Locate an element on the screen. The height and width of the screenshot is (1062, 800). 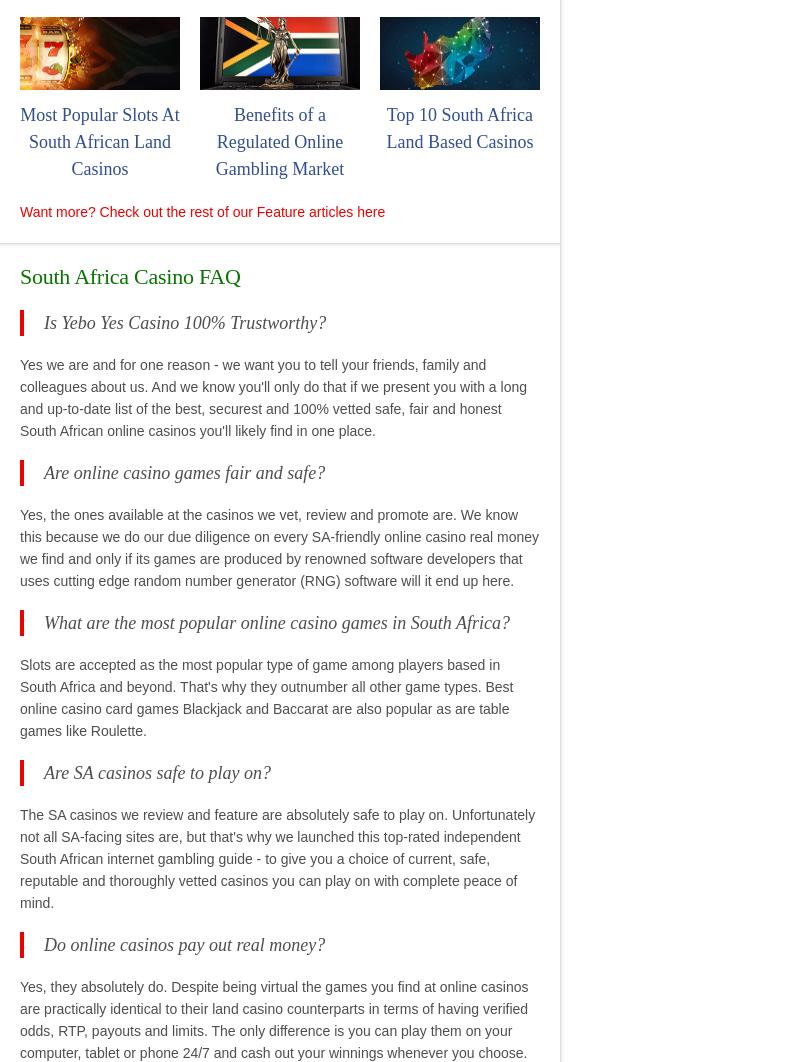
'Is Yebo Yes Casino 100% Trustworthy?' is located at coordinates (183, 320).